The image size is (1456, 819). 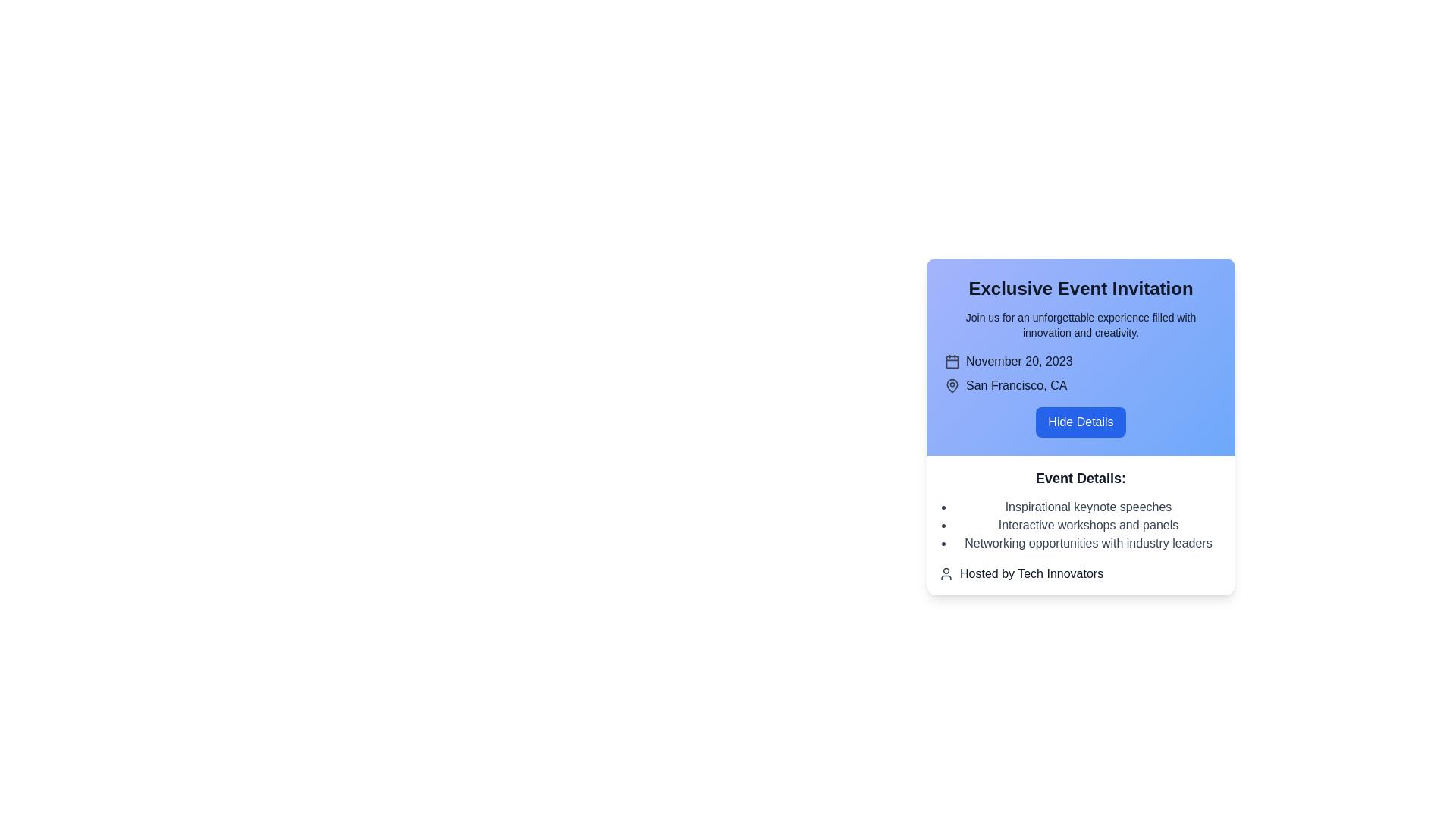 What do you see at coordinates (1087, 543) in the screenshot?
I see `the informational text element about networking opportunities with industry leaders, which is the last entry in the bulleted list of event features` at bounding box center [1087, 543].